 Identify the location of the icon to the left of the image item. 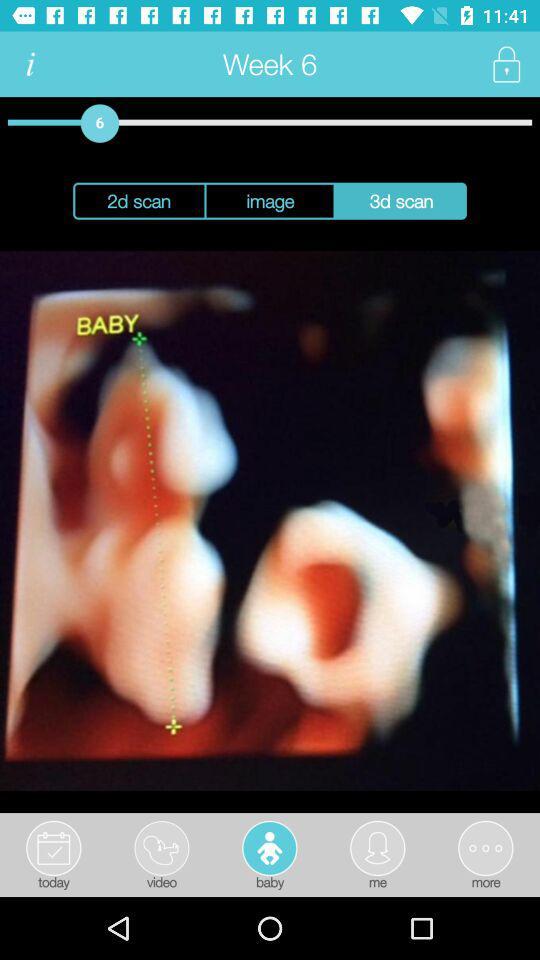
(137, 201).